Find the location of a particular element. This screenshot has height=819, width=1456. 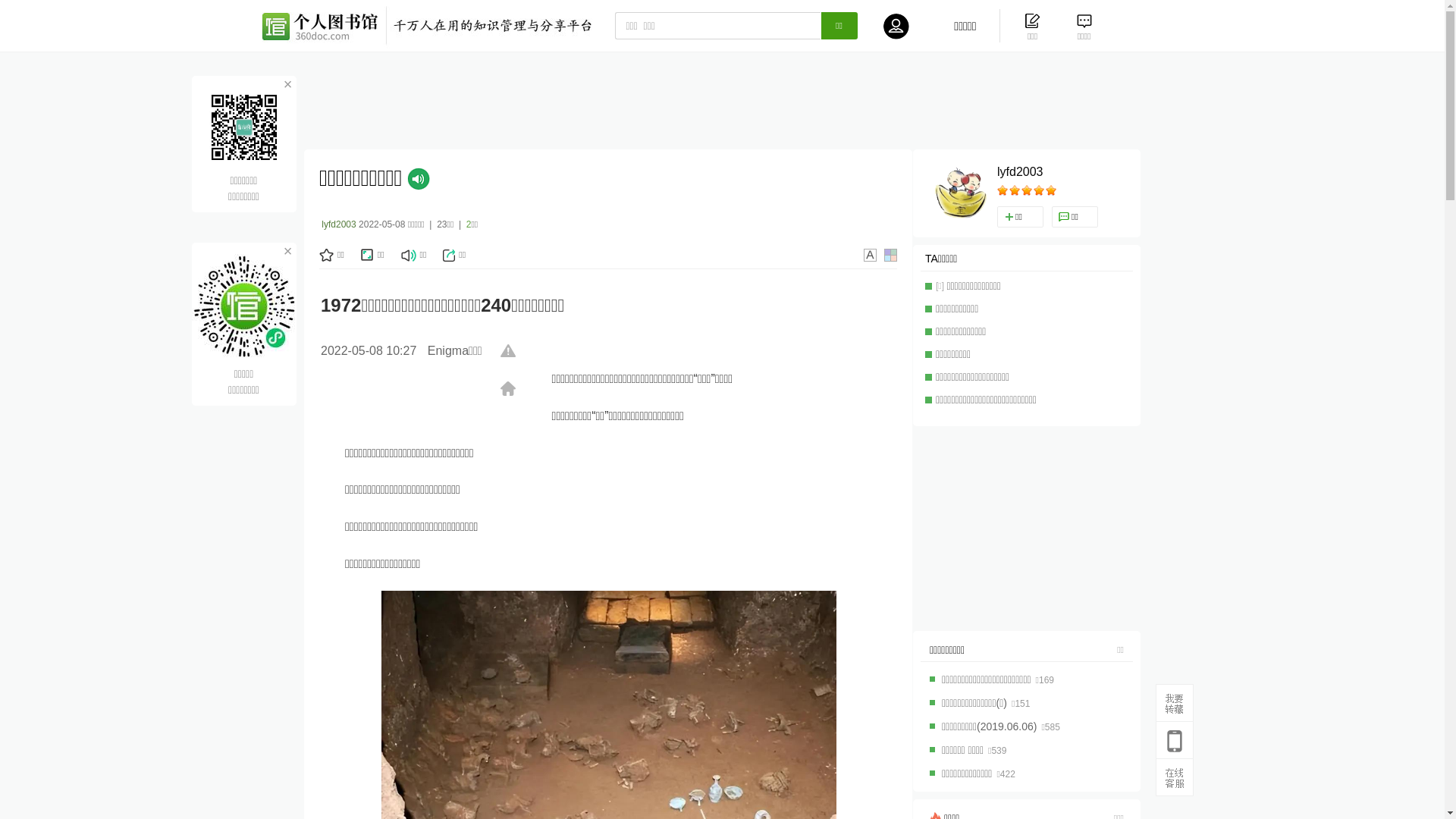

'lyfd2003' is located at coordinates (1020, 171).